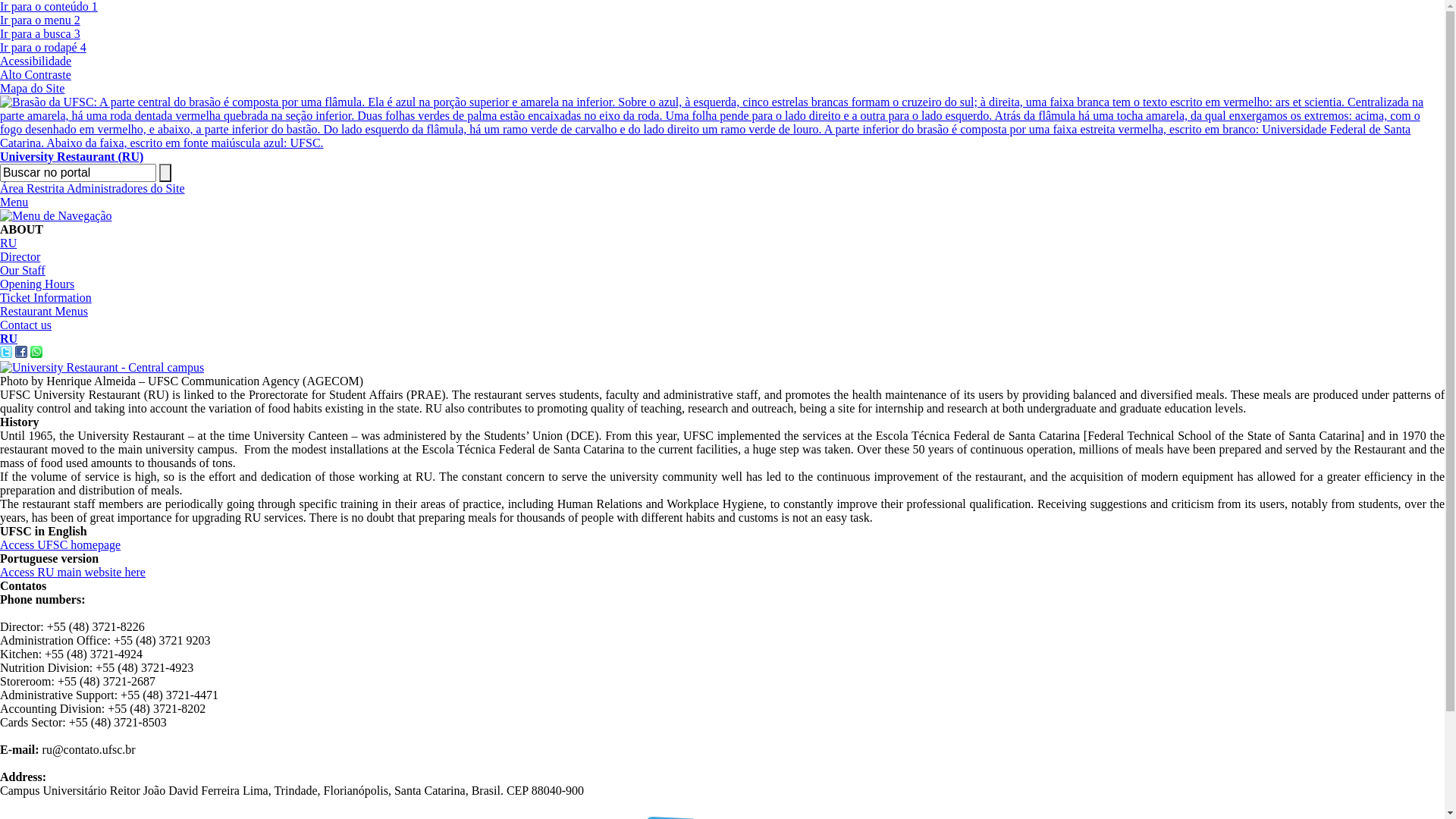 The width and height of the screenshot is (1456, 819). Describe the element at coordinates (8, 242) in the screenshot. I see `'RU'` at that location.